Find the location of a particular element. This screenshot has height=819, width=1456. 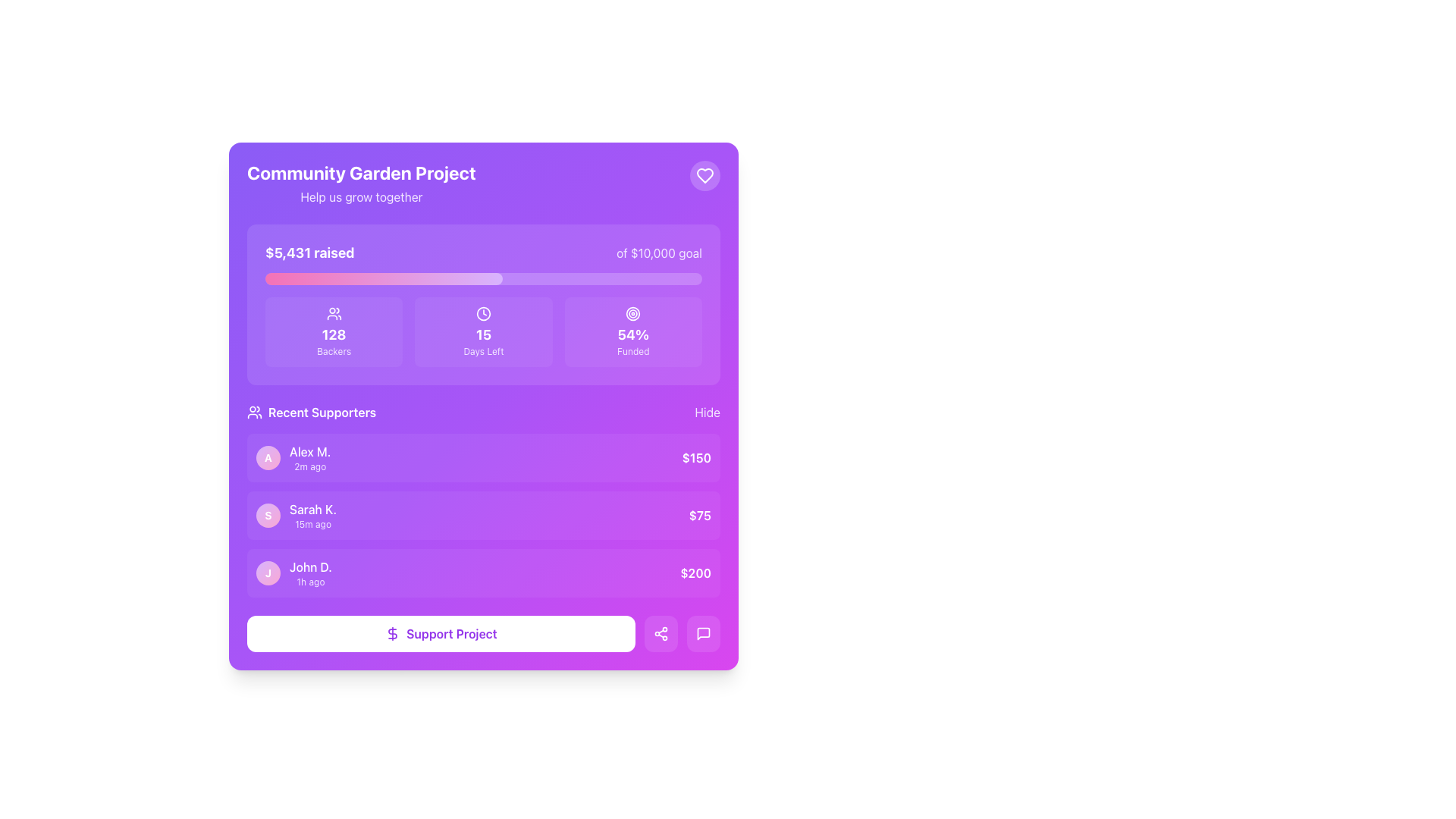

the heart-shaped icon in the top-right corner of the panel is located at coordinates (704, 174).